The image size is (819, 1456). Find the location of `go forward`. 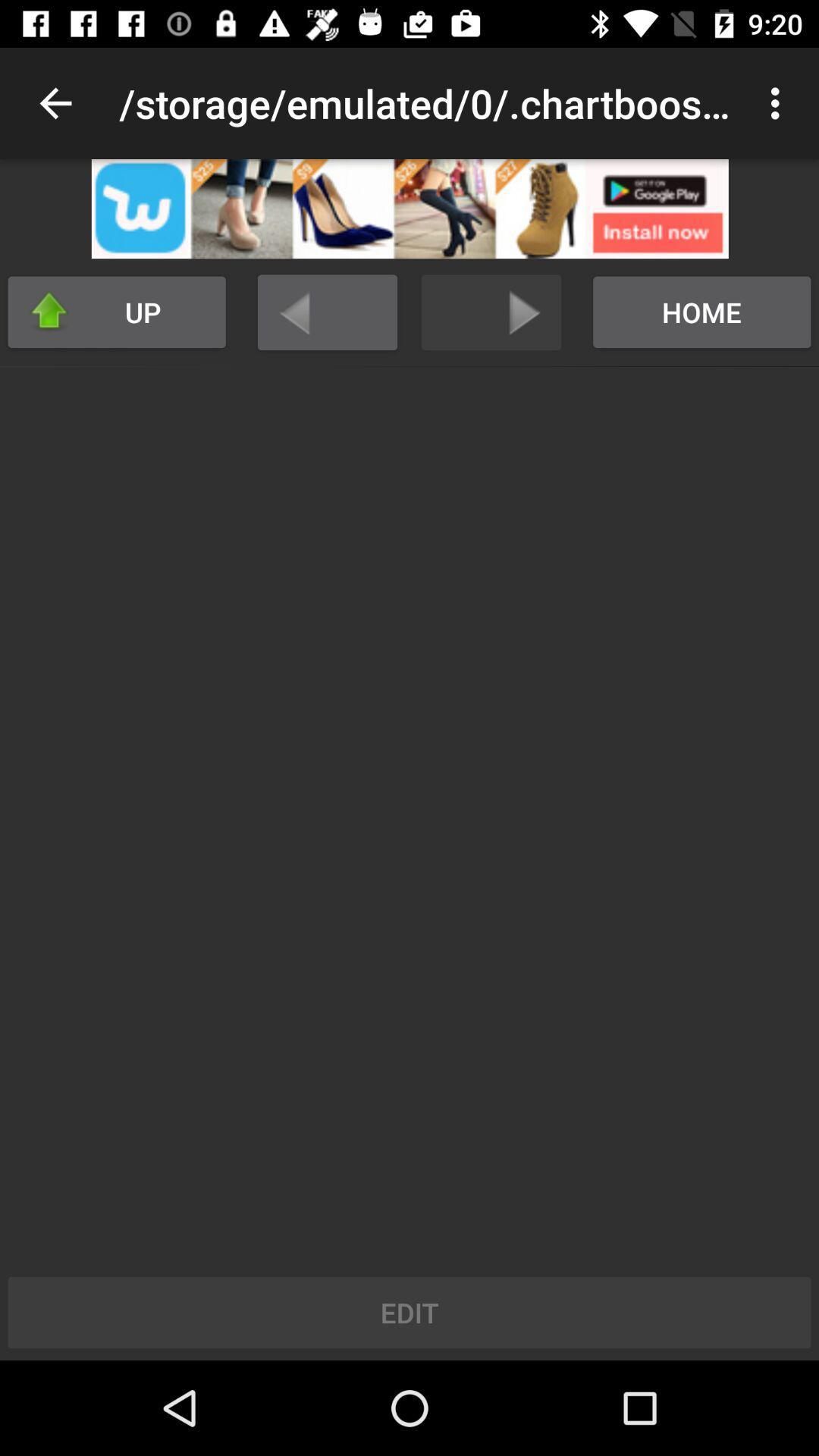

go forward is located at coordinates (491, 312).